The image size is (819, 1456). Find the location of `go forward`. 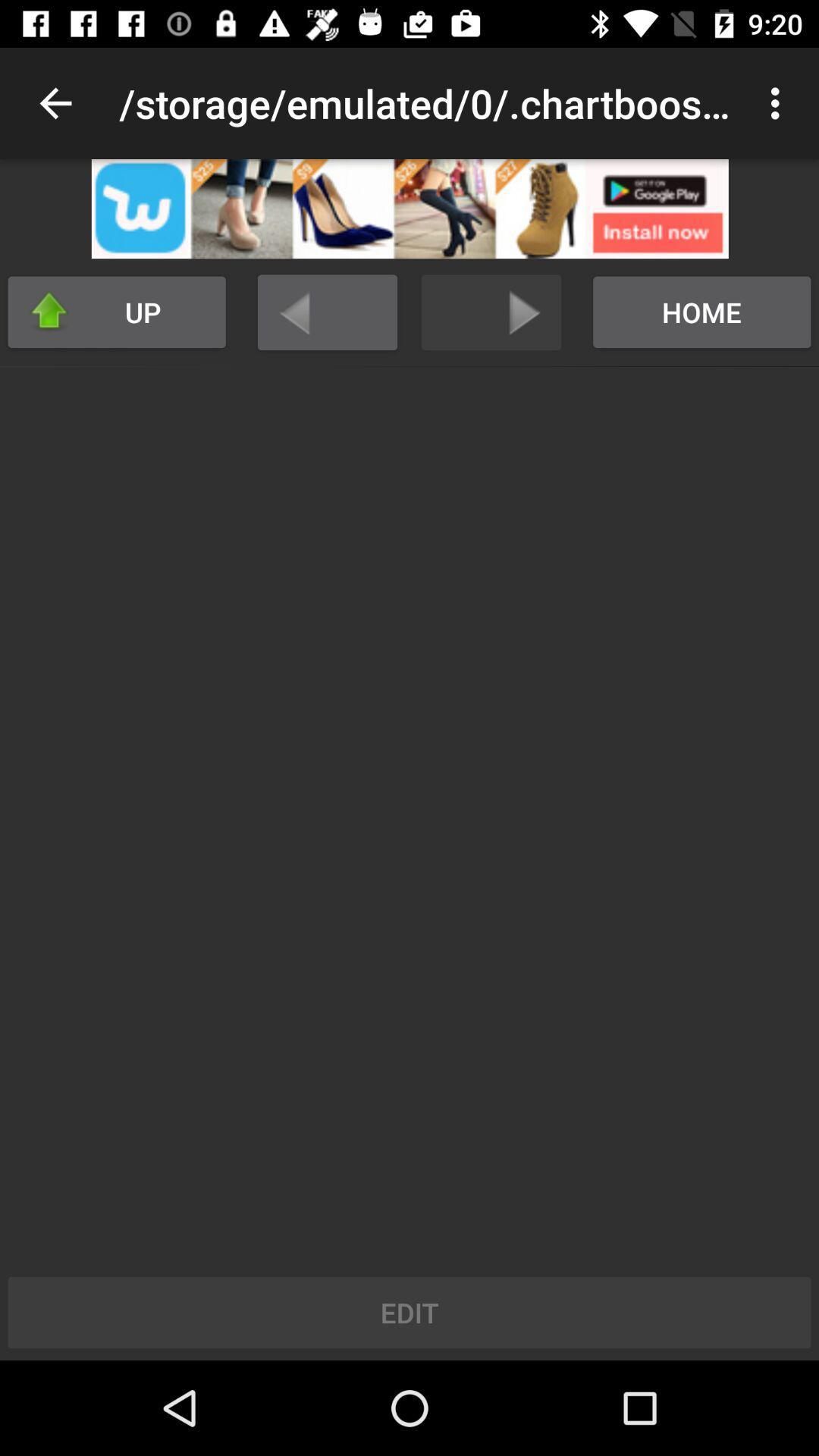

go forward is located at coordinates (491, 312).